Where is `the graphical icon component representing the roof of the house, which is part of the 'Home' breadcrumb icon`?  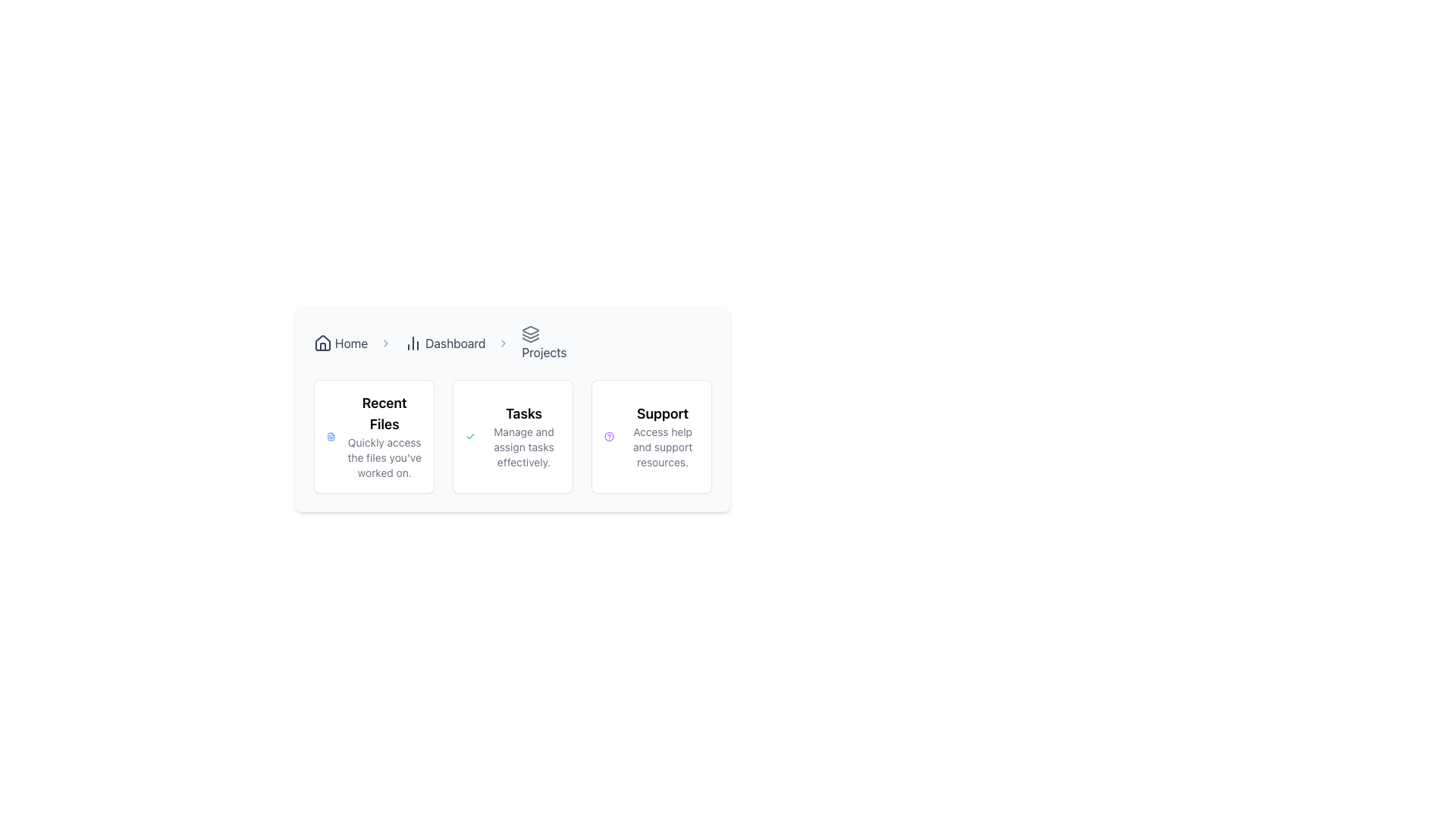
the graphical icon component representing the roof of the house, which is part of the 'Home' breadcrumb icon is located at coordinates (322, 342).